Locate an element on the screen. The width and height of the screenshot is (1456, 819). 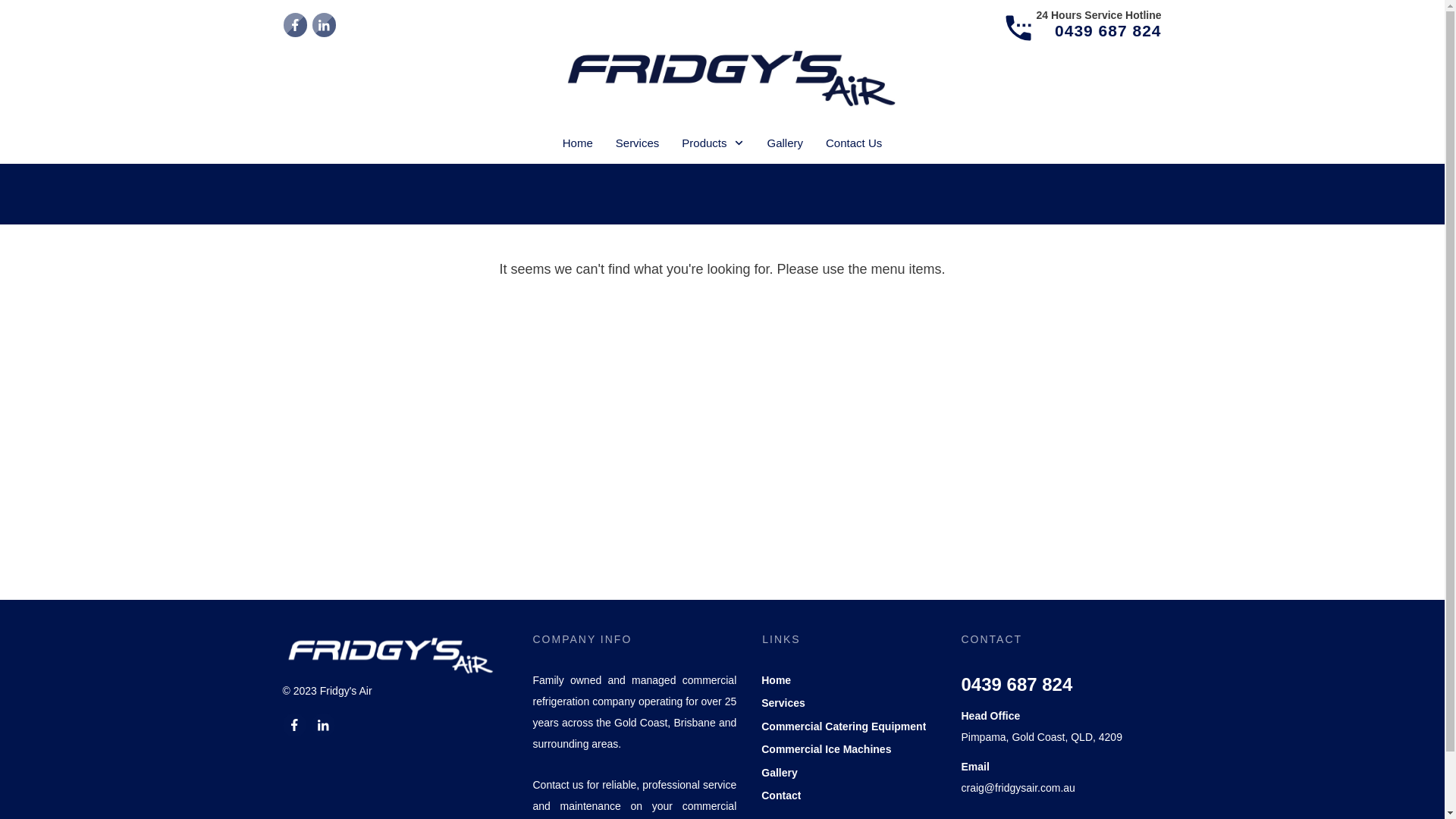
'Gallery' is located at coordinates (786, 143).